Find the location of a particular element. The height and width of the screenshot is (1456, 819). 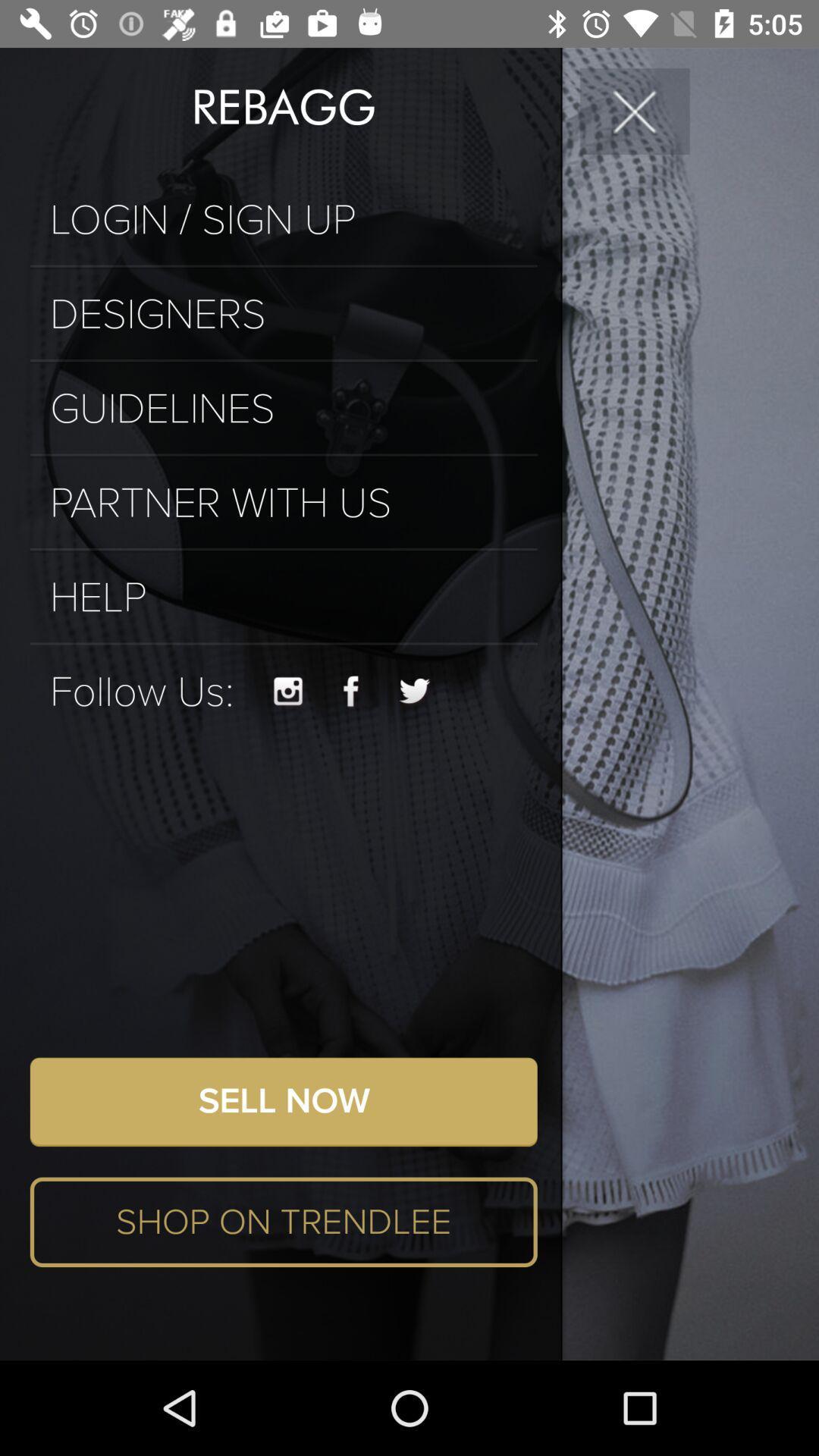

visit instagram account is located at coordinates (288, 691).